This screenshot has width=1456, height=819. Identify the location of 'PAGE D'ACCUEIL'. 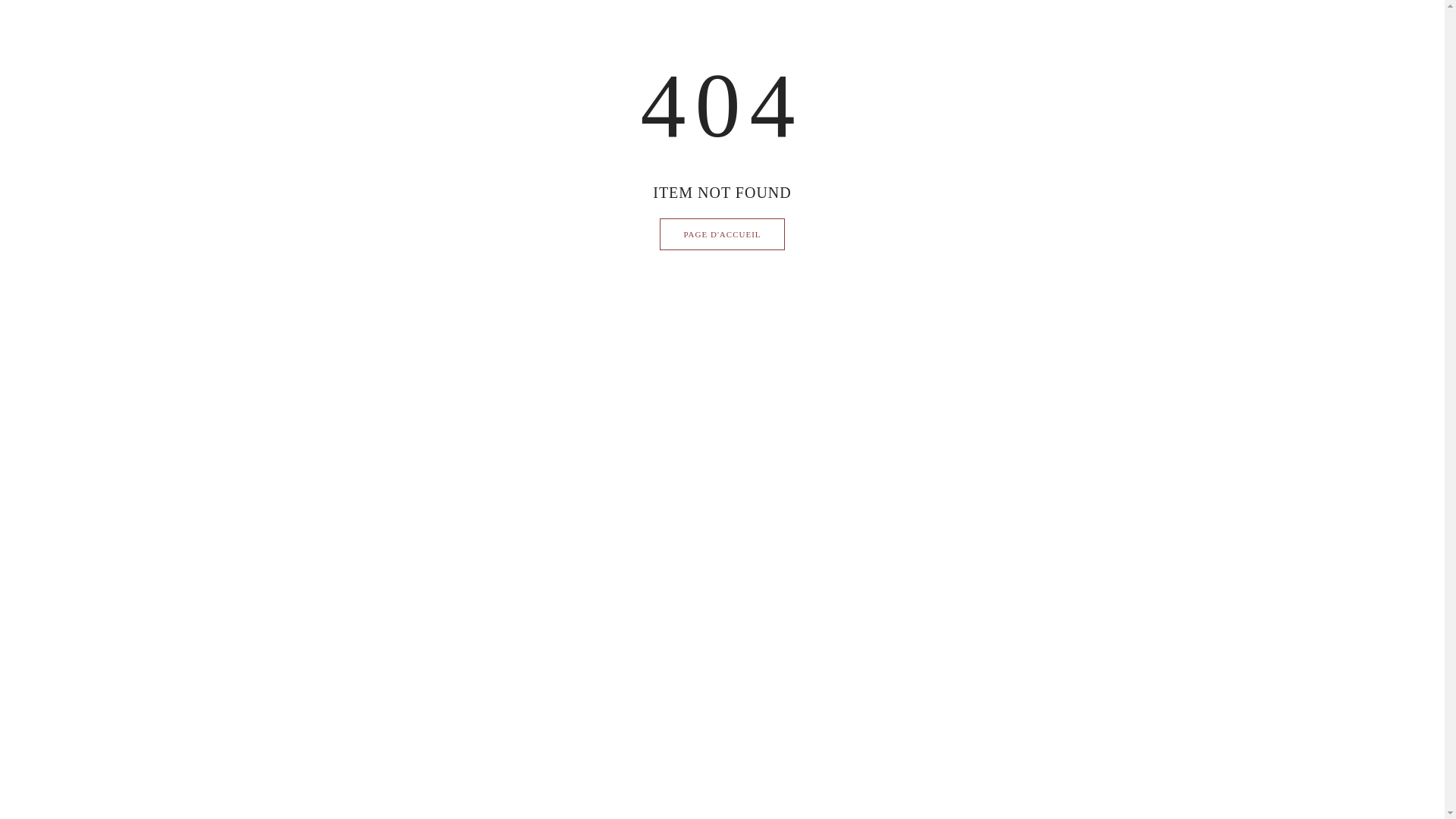
(720, 234).